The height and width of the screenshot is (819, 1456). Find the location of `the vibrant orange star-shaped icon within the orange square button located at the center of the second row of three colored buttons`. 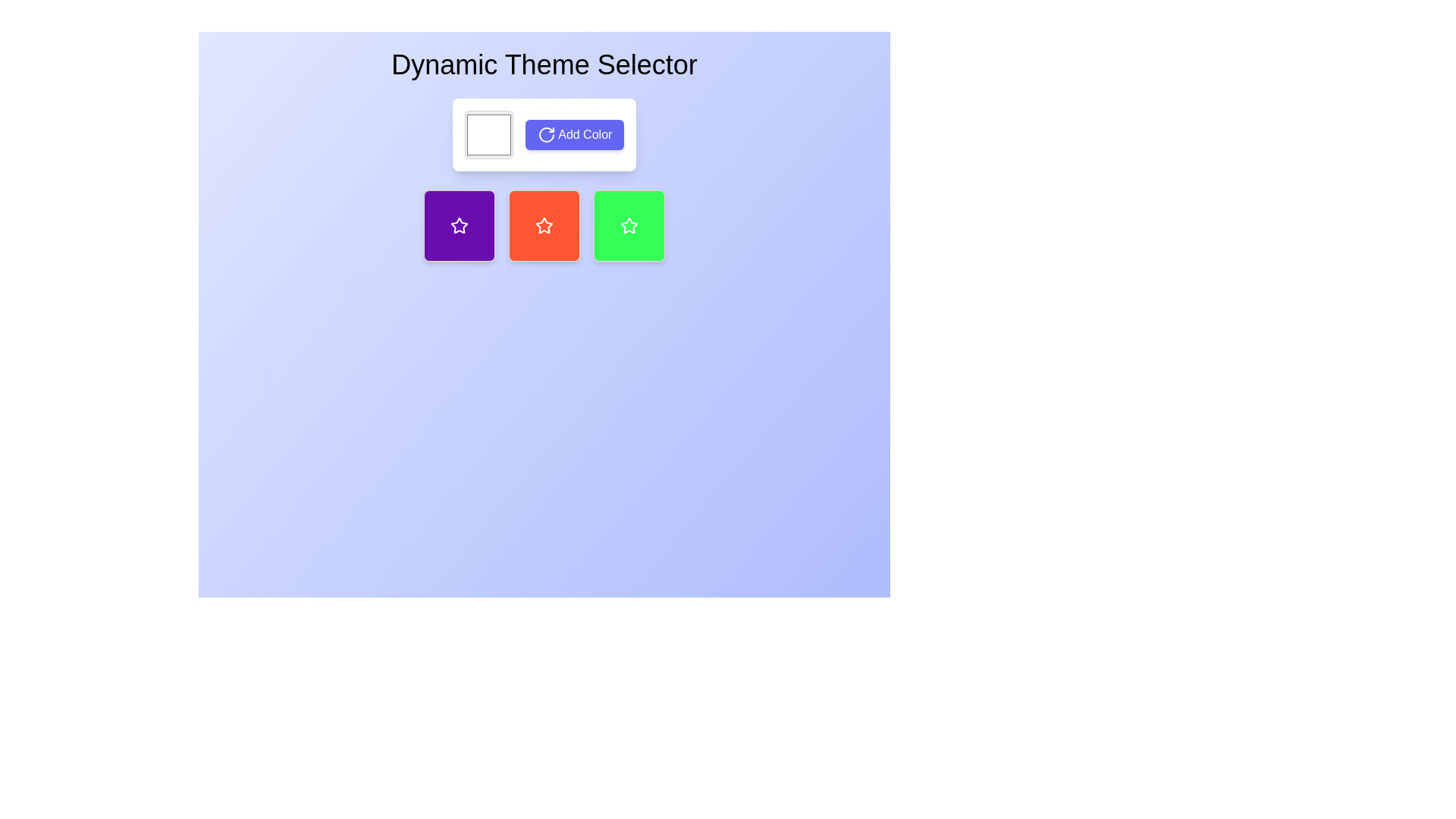

the vibrant orange star-shaped icon within the orange square button located at the center of the second row of three colored buttons is located at coordinates (544, 225).